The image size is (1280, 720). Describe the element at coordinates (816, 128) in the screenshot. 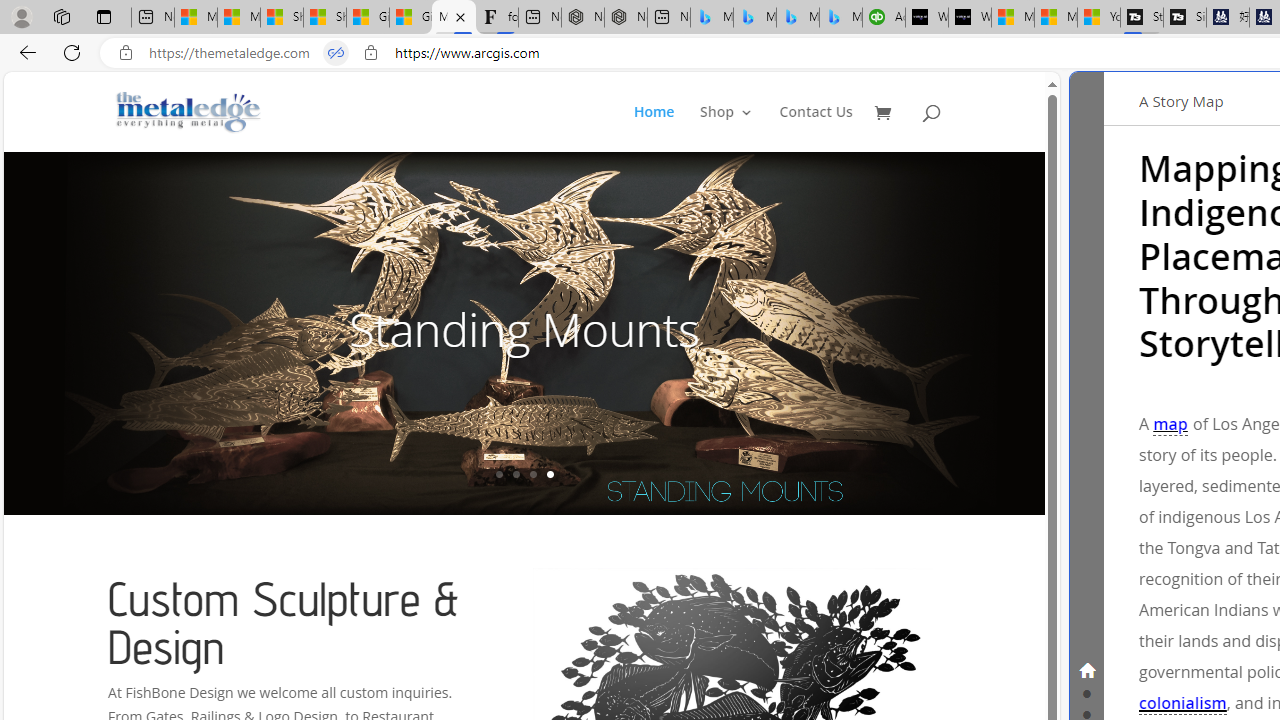

I see `'Contact Us'` at that location.